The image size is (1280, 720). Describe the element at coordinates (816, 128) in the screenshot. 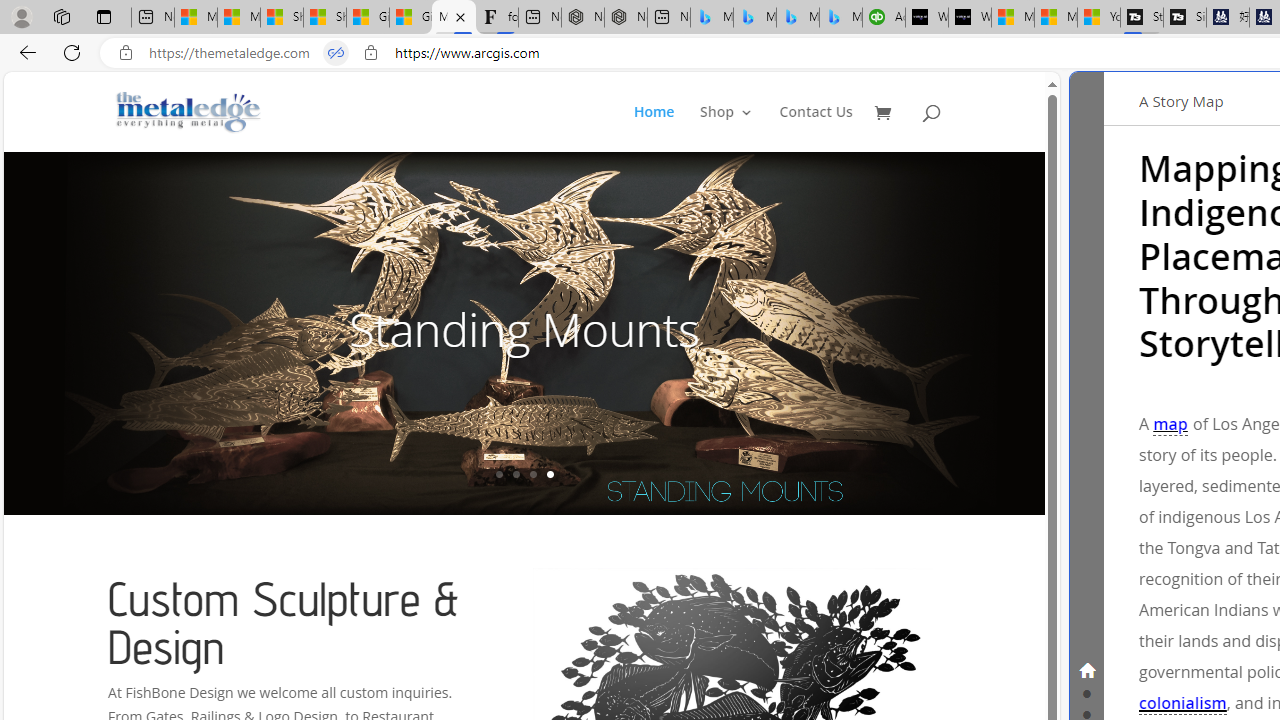

I see `'Contact Us'` at that location.